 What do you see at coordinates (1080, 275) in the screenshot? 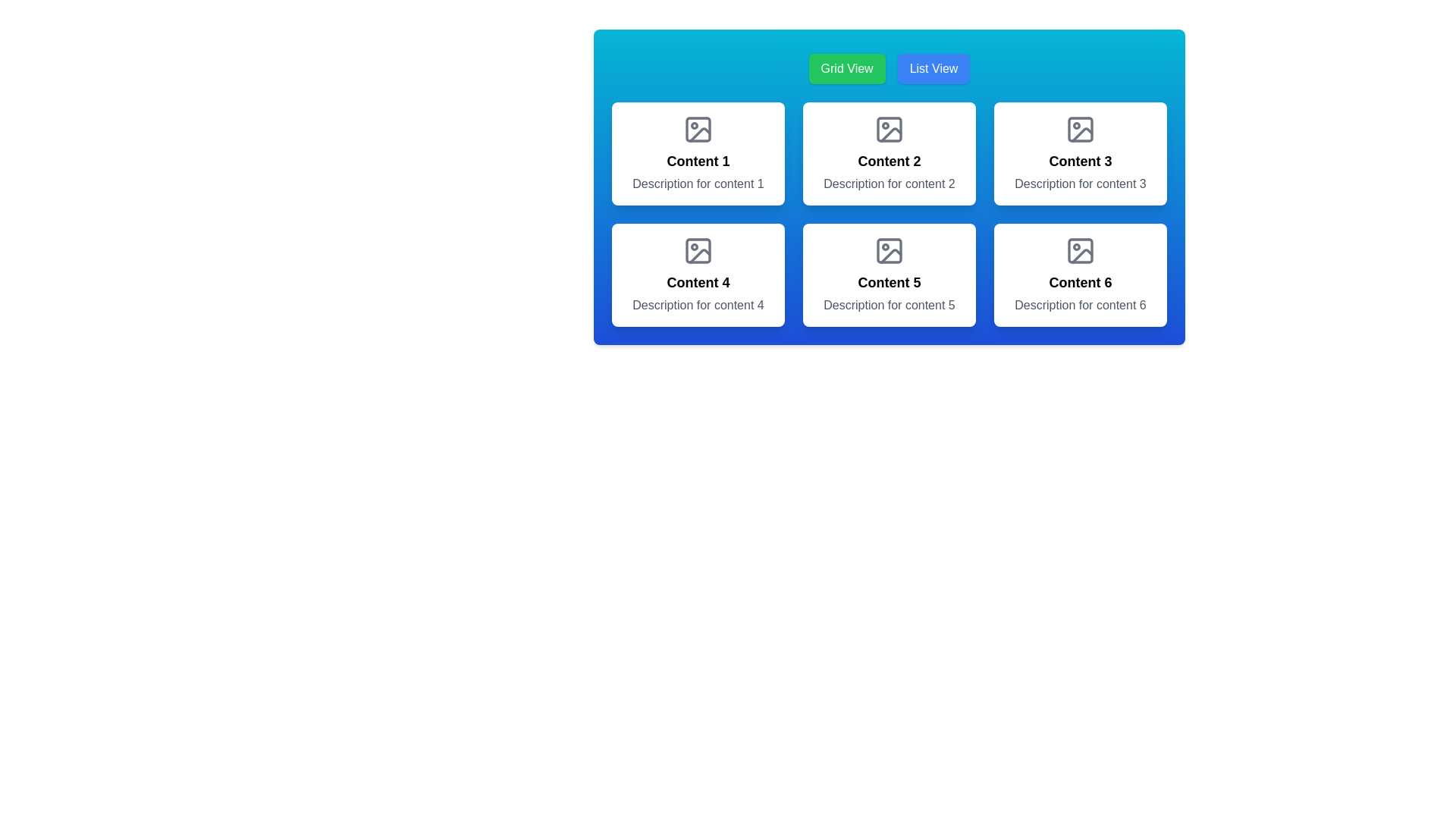
I see `the image placeholder icon at the top section of the Content Card, which is the sixth card in a grid layout` at bounding box center [1080, 275].